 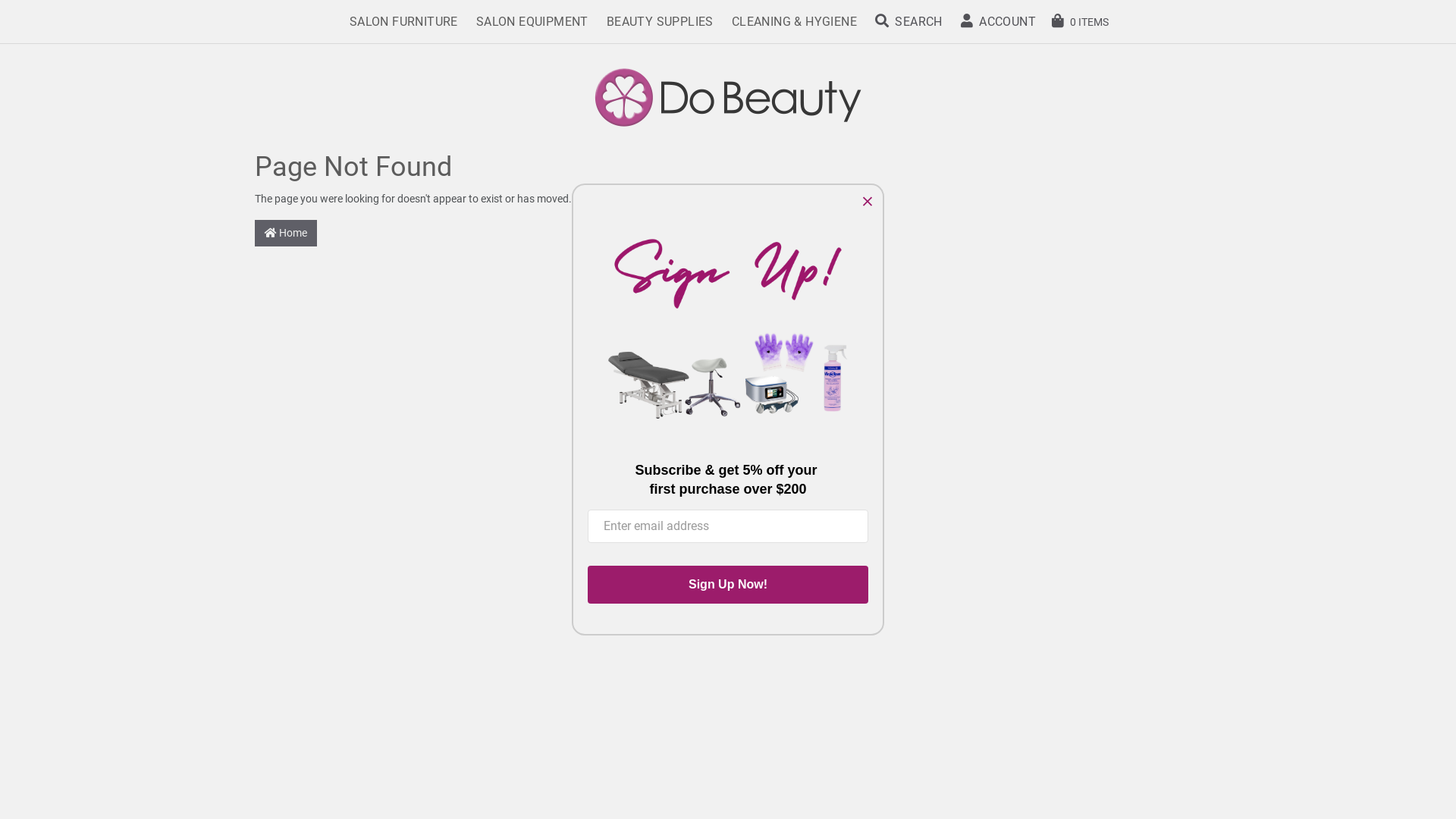 I want to click on 'SEARCH', so click(x=866, y=22).